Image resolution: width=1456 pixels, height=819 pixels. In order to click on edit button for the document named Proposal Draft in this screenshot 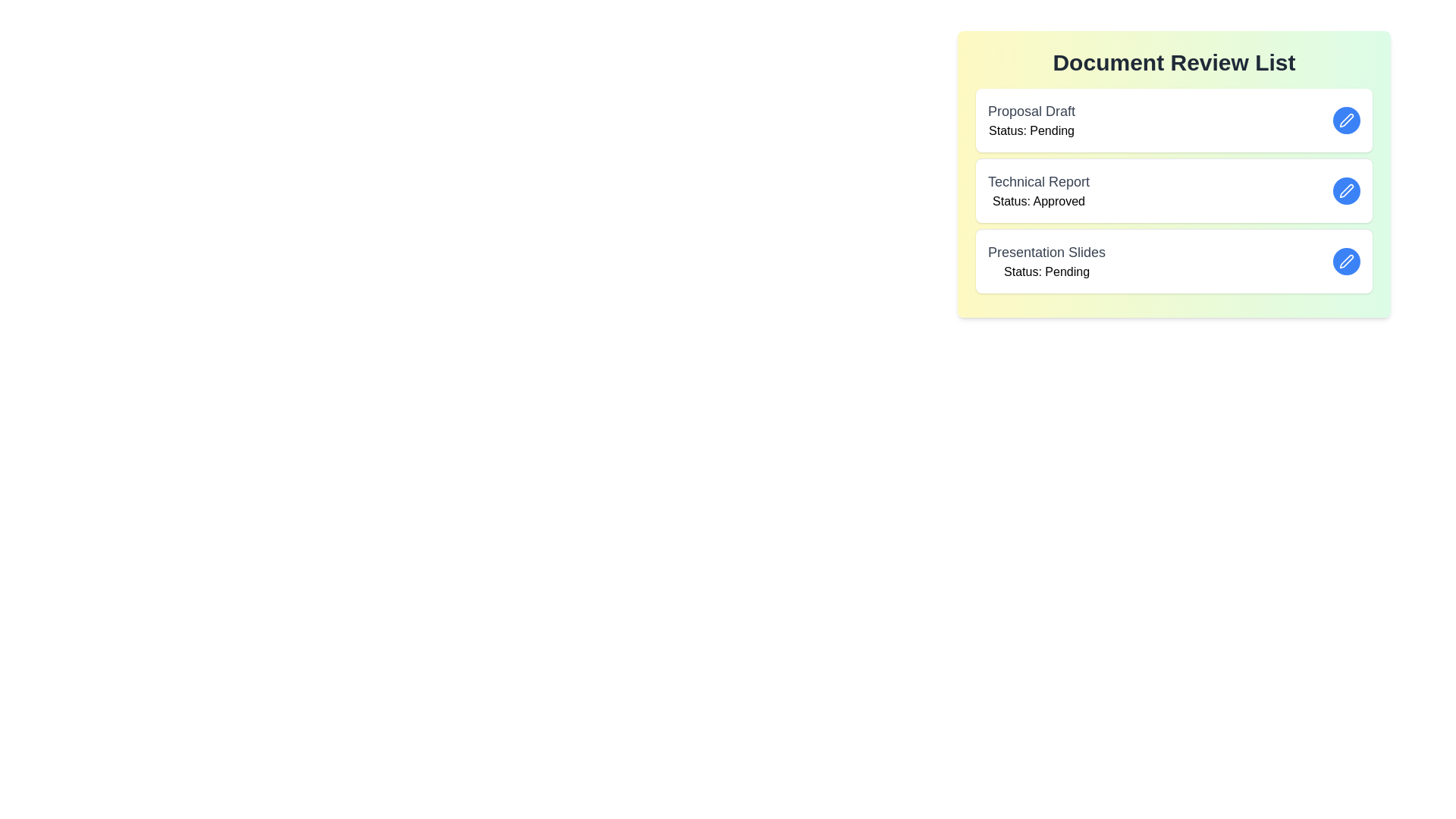, I will do `click(1347, 119)`.